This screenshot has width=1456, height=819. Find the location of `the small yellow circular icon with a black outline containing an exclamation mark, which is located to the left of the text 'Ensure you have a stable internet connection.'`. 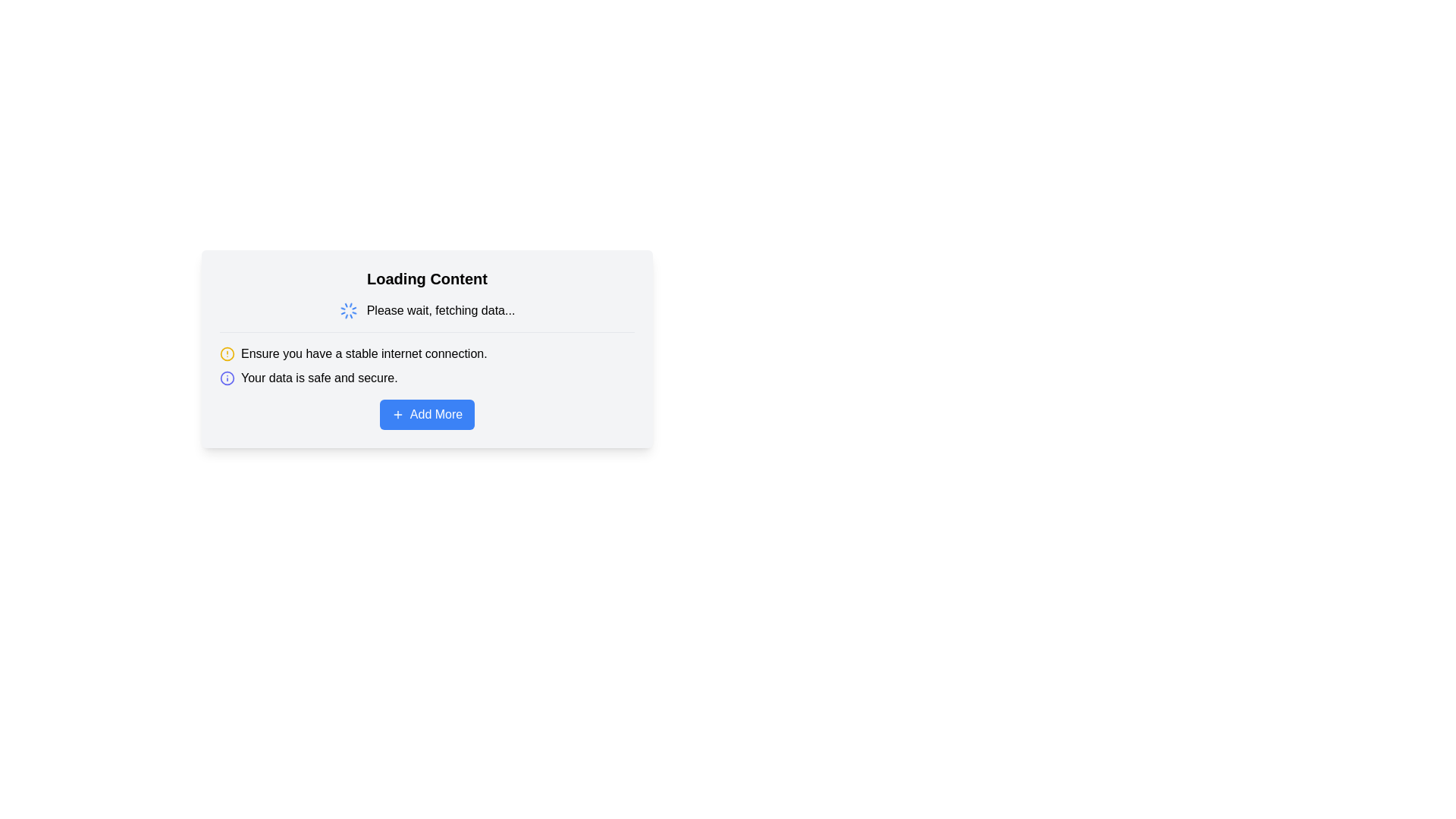

the small yellow circular icon with a black outline containing an exclamation mark, which is located to the left of the text 'Ensure you have a stable internet connection.' is located at coordinates (226, 353).